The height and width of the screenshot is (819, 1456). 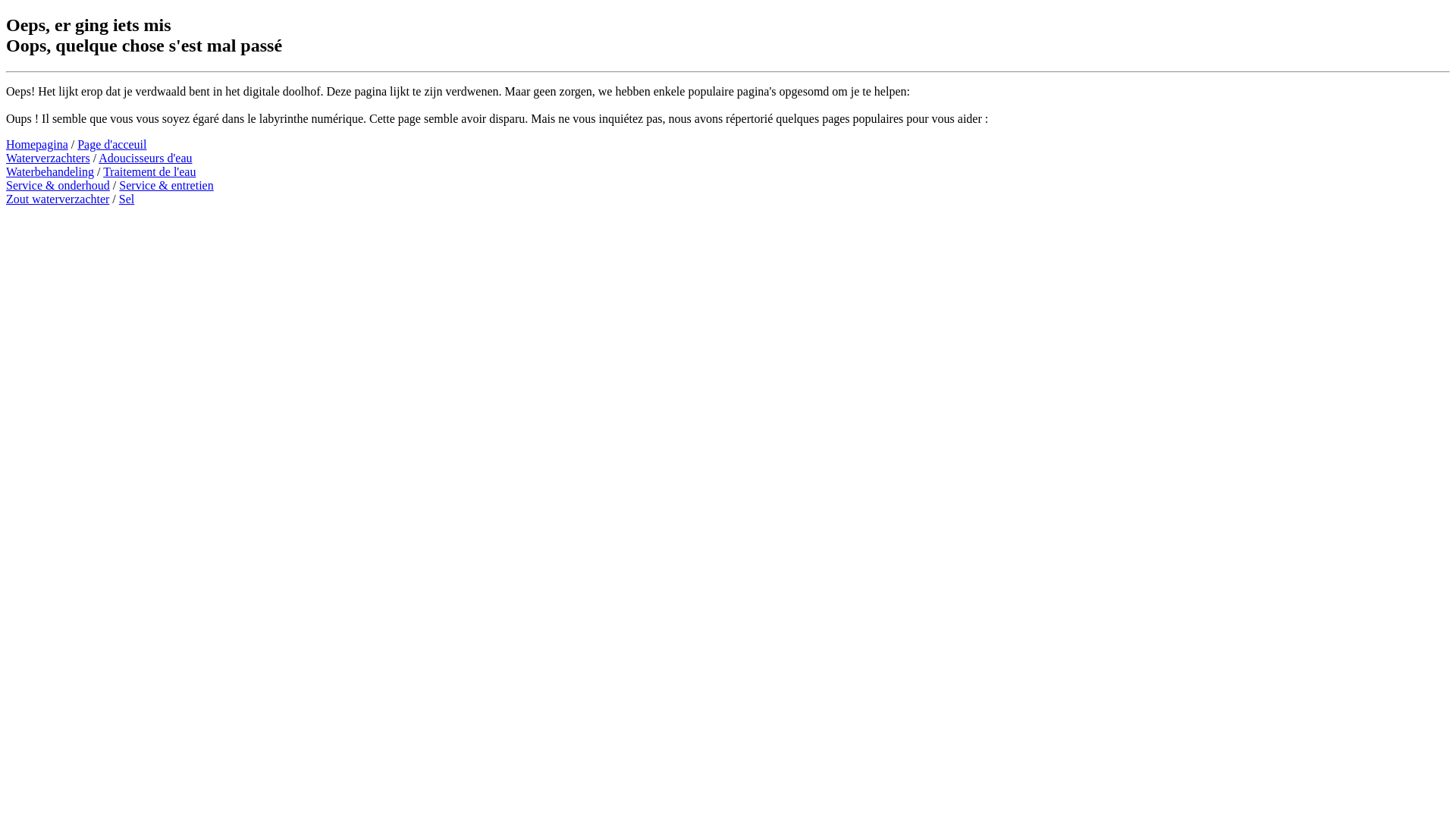 What do you see at coordinates (48, 158) in the screenshot?
I see `'Waterverzachters'` at bounding box center [48, 158].